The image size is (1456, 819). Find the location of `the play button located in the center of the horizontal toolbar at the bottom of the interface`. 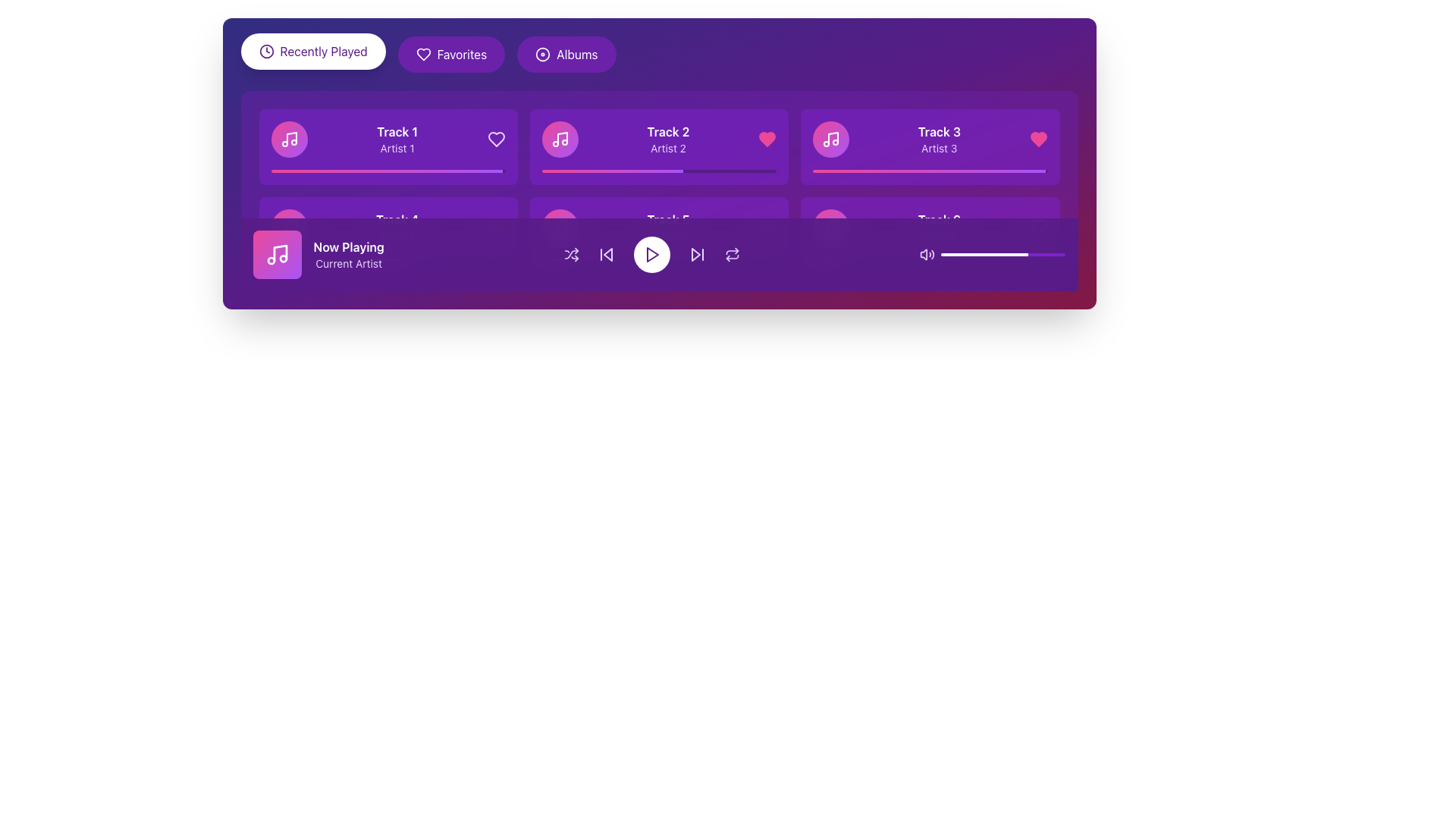

the play button located in the center of the horizontal toolbar at the bottom of the interface is located at coordinates (651, 253).